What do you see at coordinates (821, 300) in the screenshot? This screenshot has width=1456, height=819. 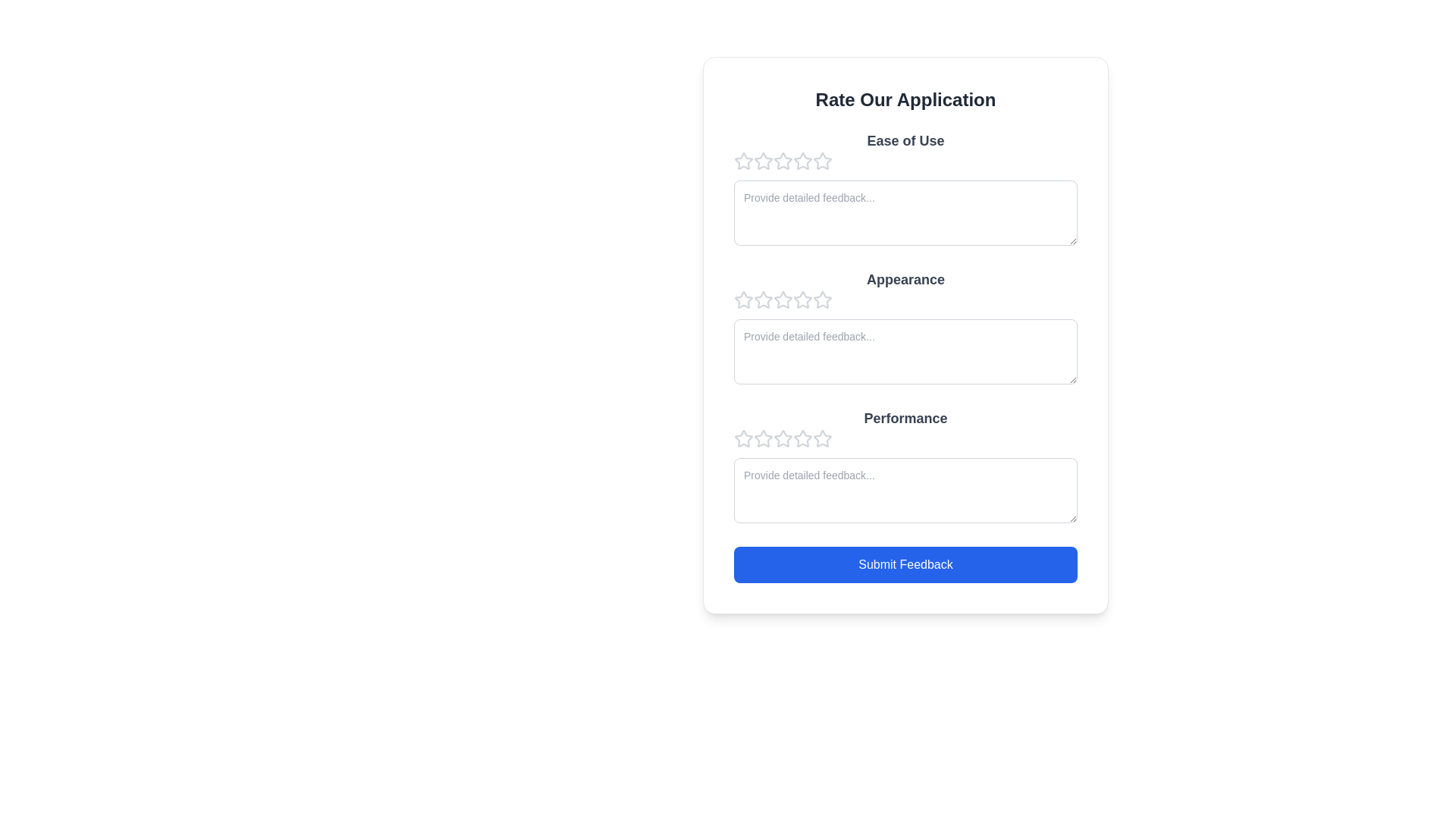 I see `the third star icon from the left in the second row` at bounding box center [821, 300].